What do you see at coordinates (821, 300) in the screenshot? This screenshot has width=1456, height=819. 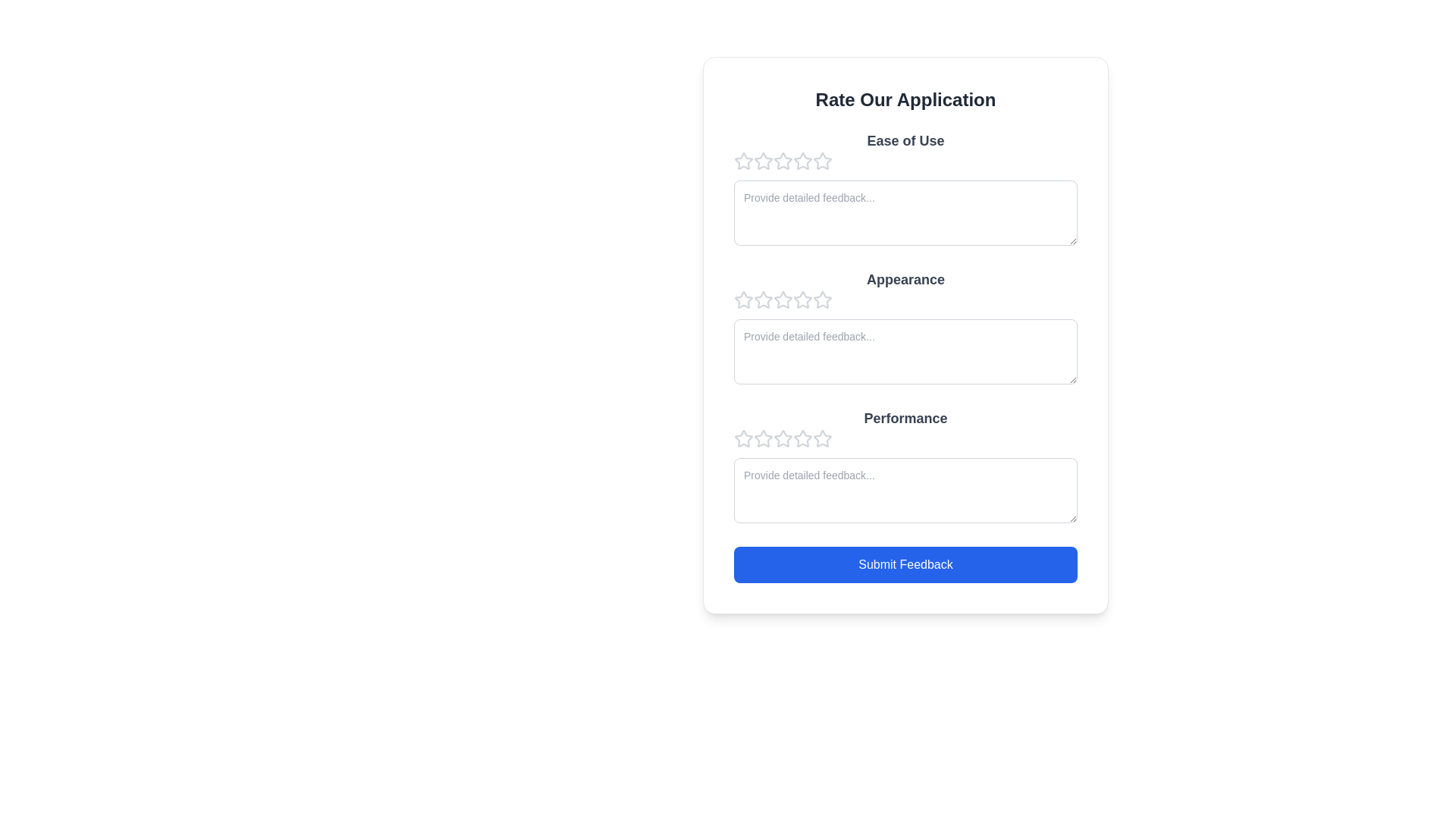 I see `the third star icon from the left in the second row` at bounding box center [821, 300].